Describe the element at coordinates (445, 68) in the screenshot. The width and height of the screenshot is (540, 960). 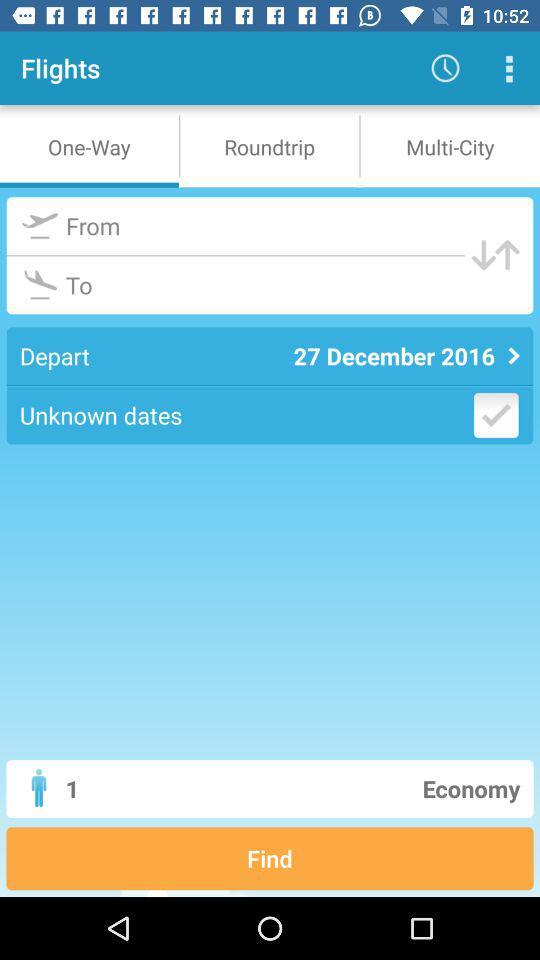
I see `app next to the flights item` at that location.